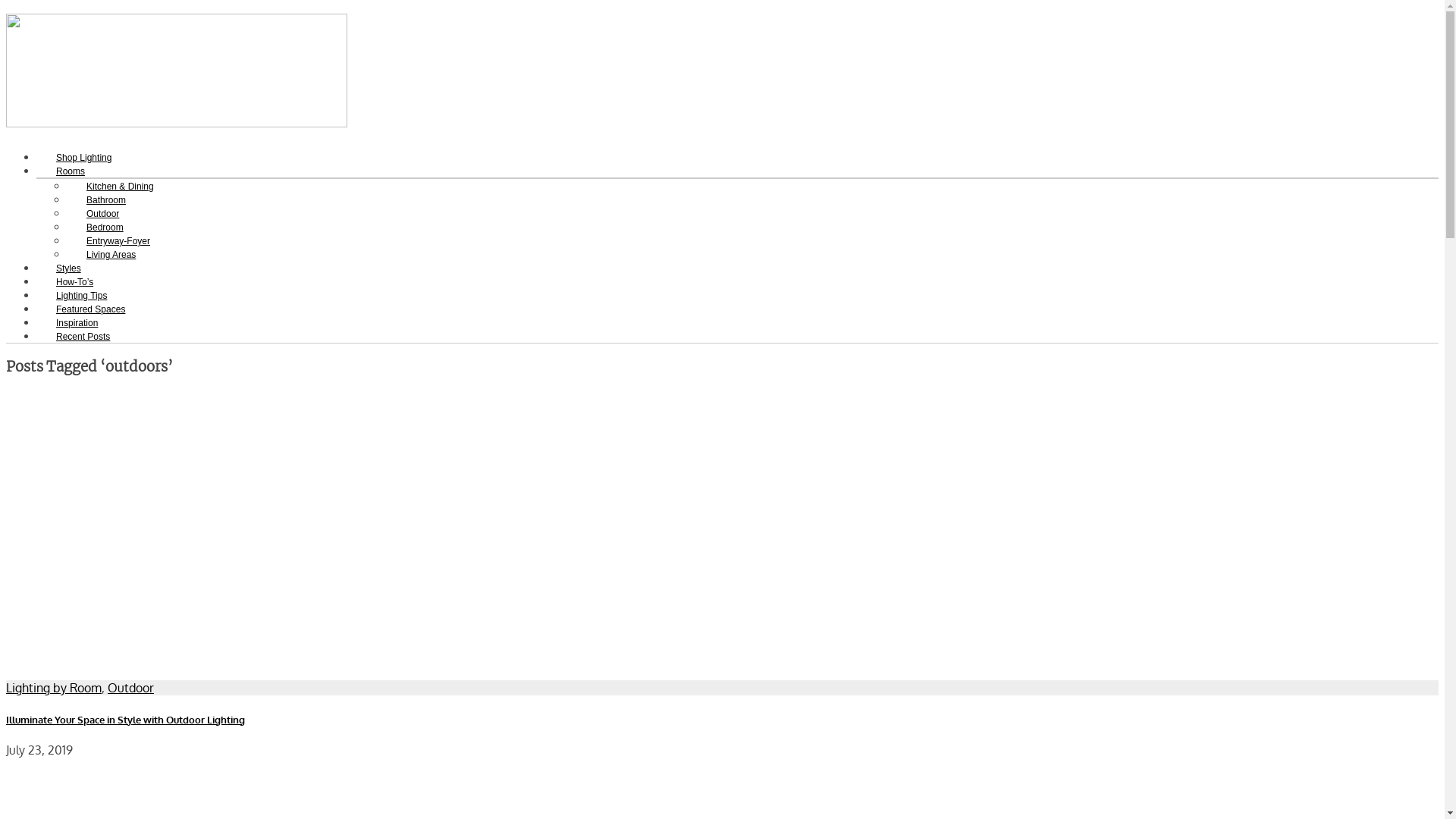  What do you see at coordinates (130, 687) in the screenshot?
I see `'Outdoor'` at bounding box center [130, 687].